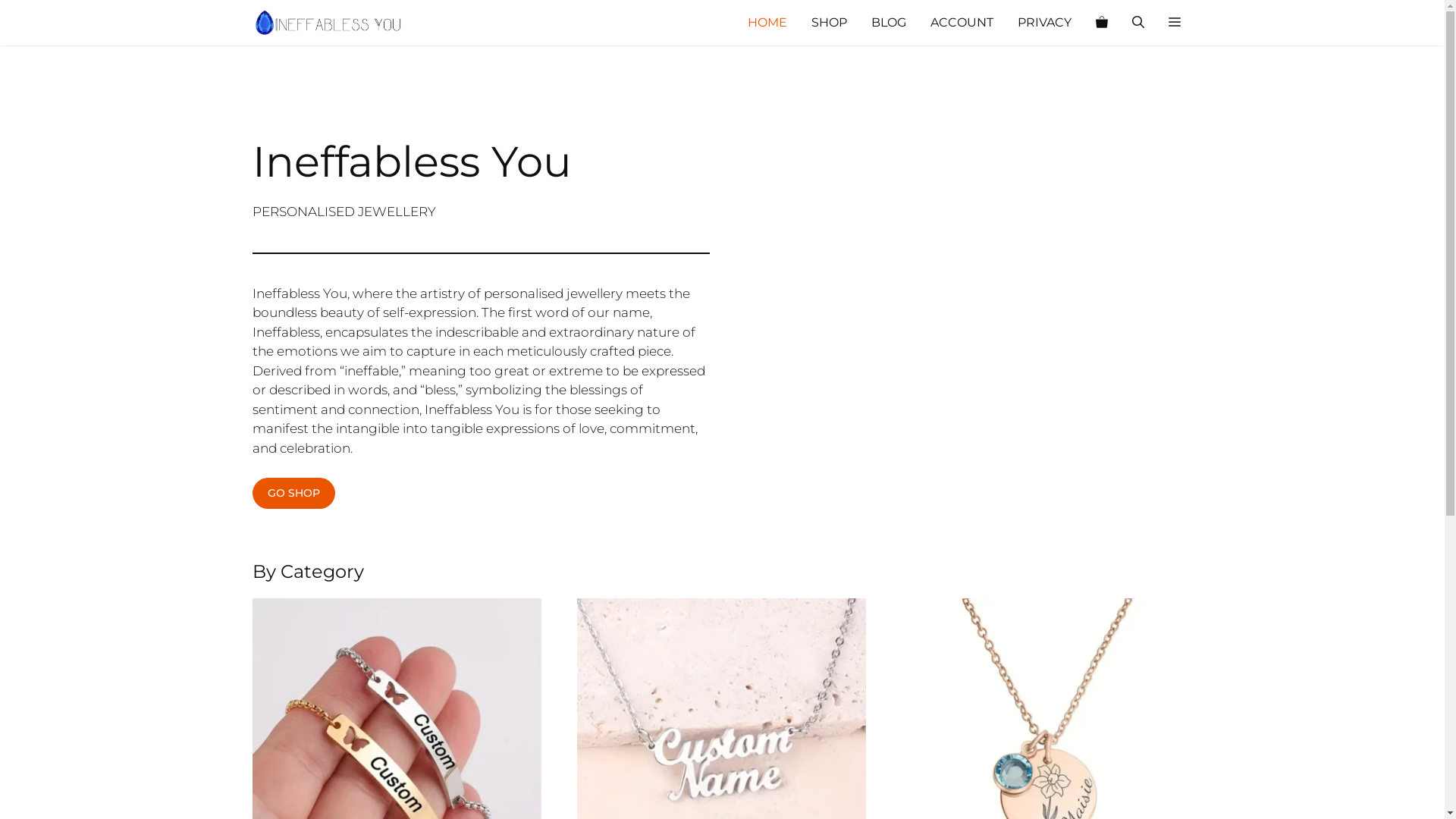 Image resolution: width=1456 pixels, height=819 pixels. What do you see at coordinates (767, 23) in the screenshot?
I see `'HOME'` at bounding box center [767, 23].